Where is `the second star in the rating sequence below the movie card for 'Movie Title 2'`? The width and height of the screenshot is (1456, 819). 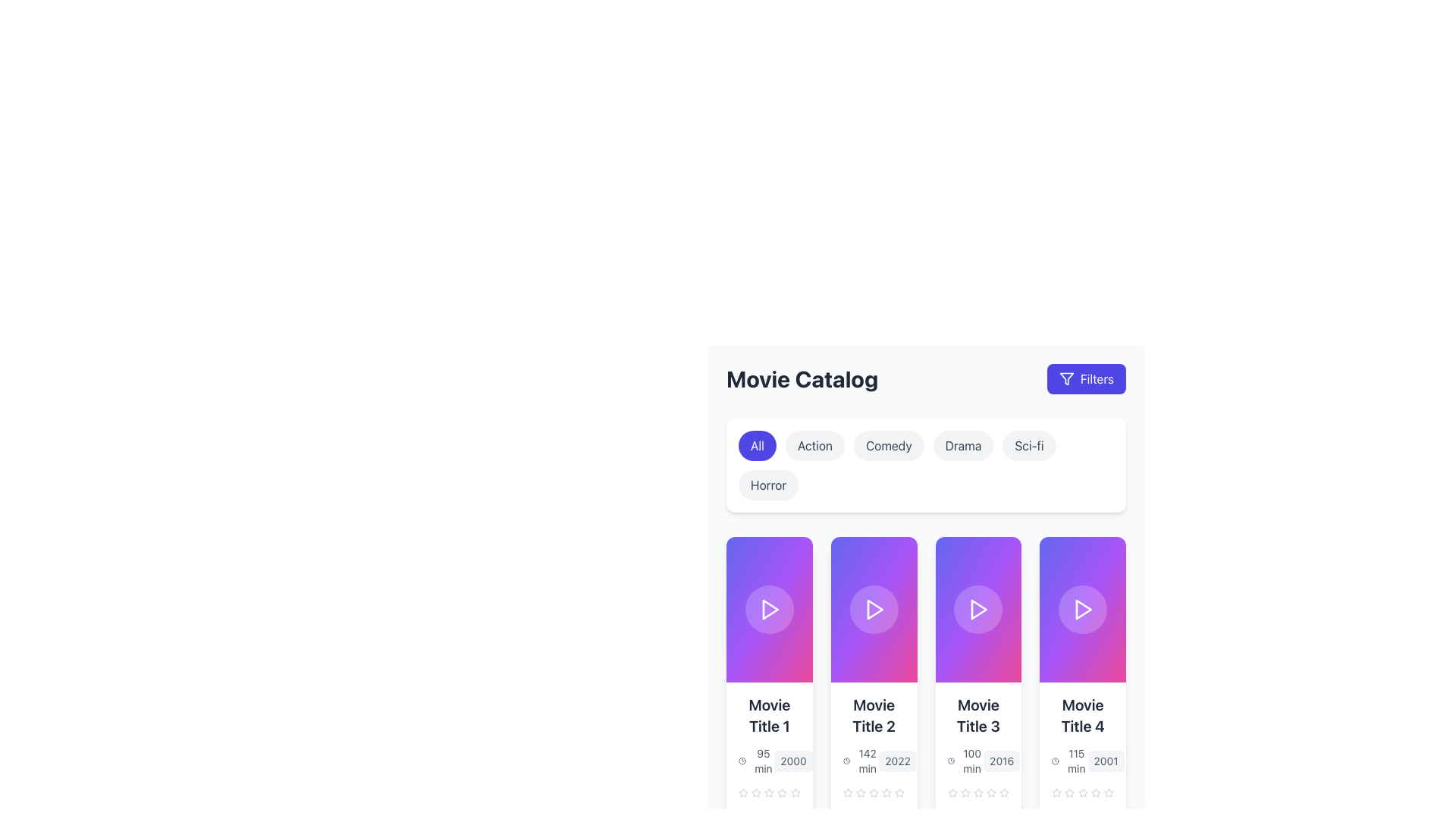 the second star in the rating sequence below the movie card for 'Movie Title 2' is located at coordinates (874, 792).